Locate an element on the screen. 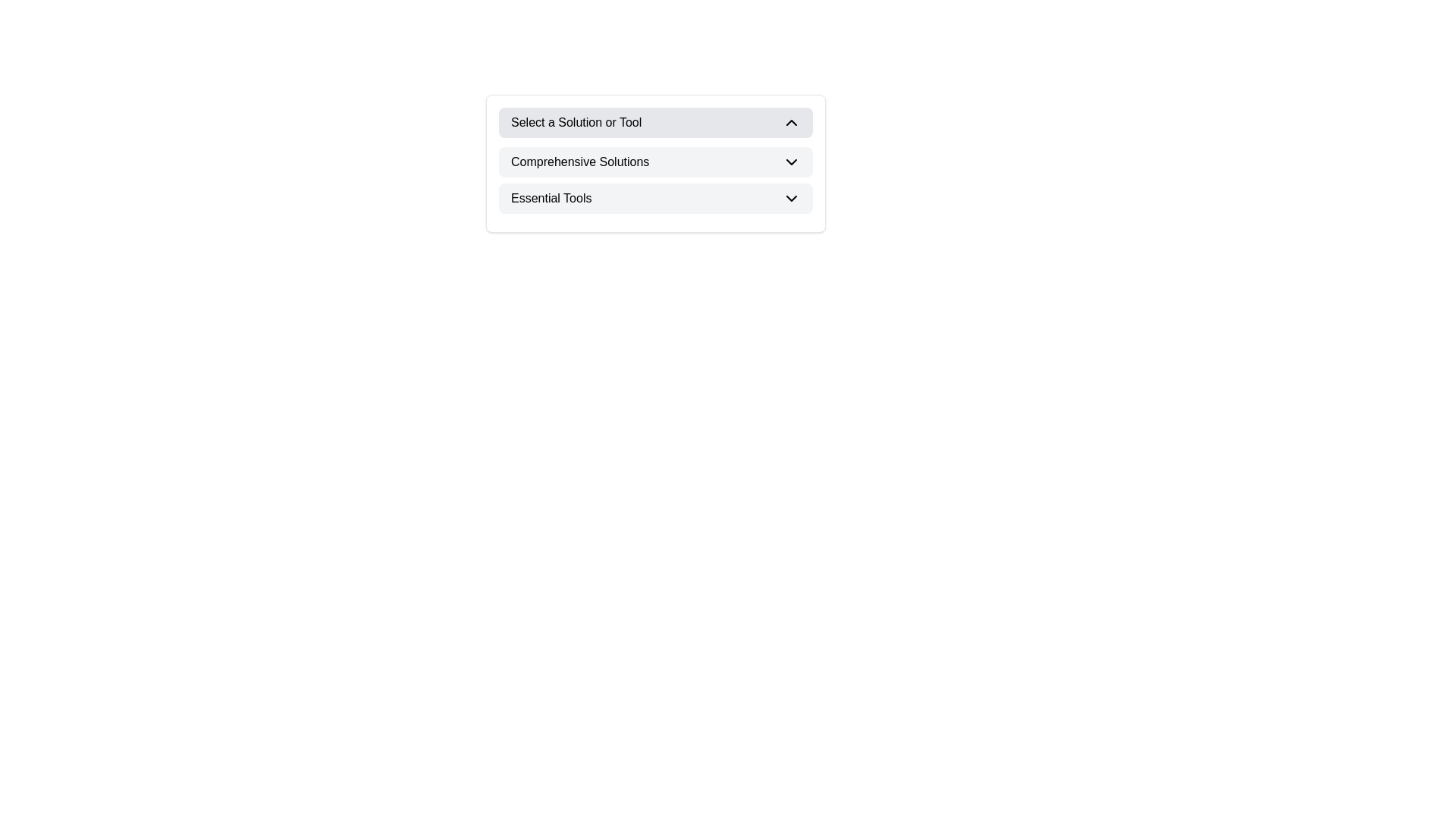 This screenshot has width=1456, height=819. the dropdown toggle icon located to the right of the 'Essential Tools' text is located at coordinates (790, 198).